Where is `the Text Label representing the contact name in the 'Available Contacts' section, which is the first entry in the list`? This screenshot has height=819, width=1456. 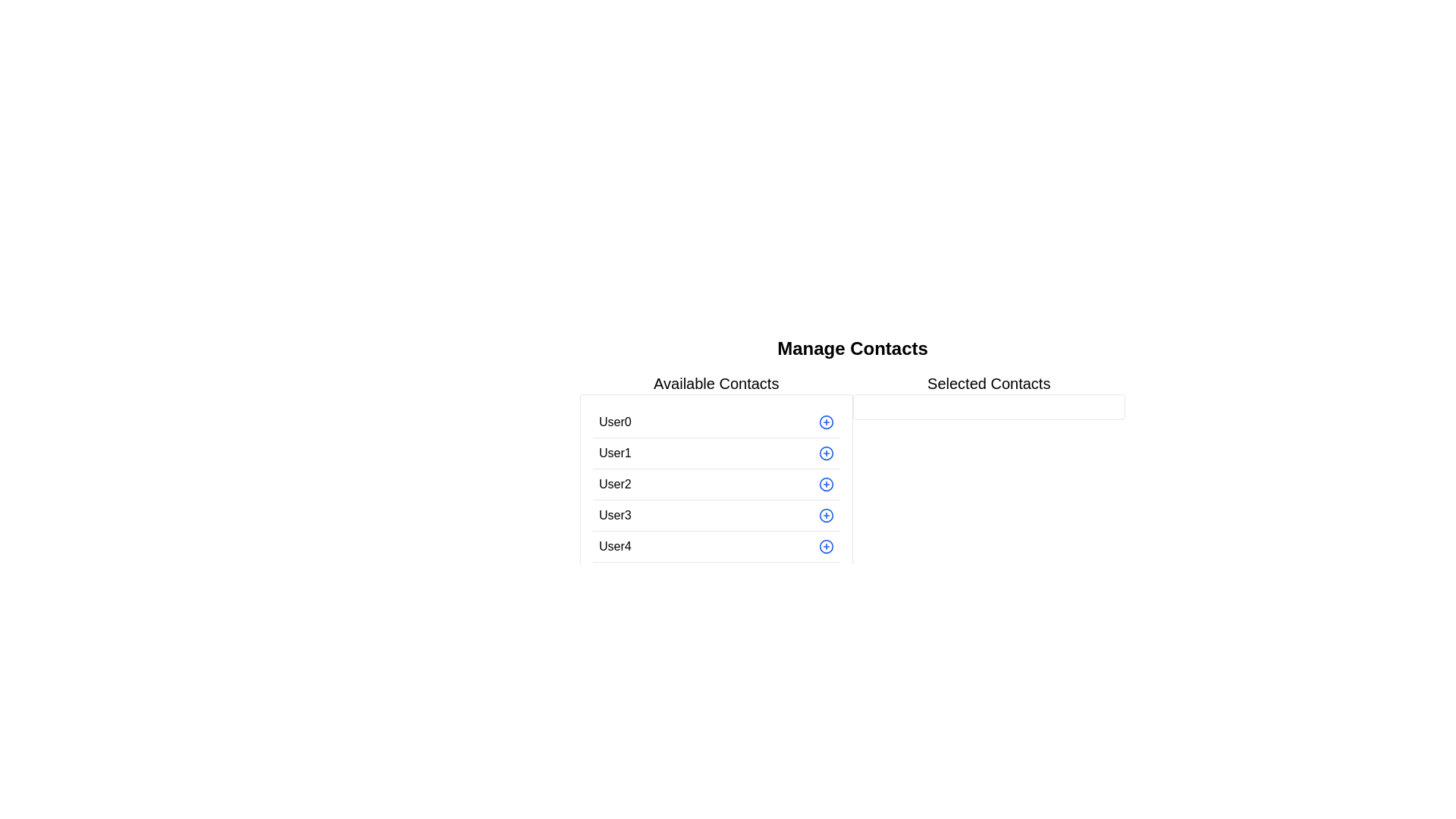
the Text Label representing the contact name in the 'Available Contacts' section, which is the first entry in the list is located at coordinates (615, 422).